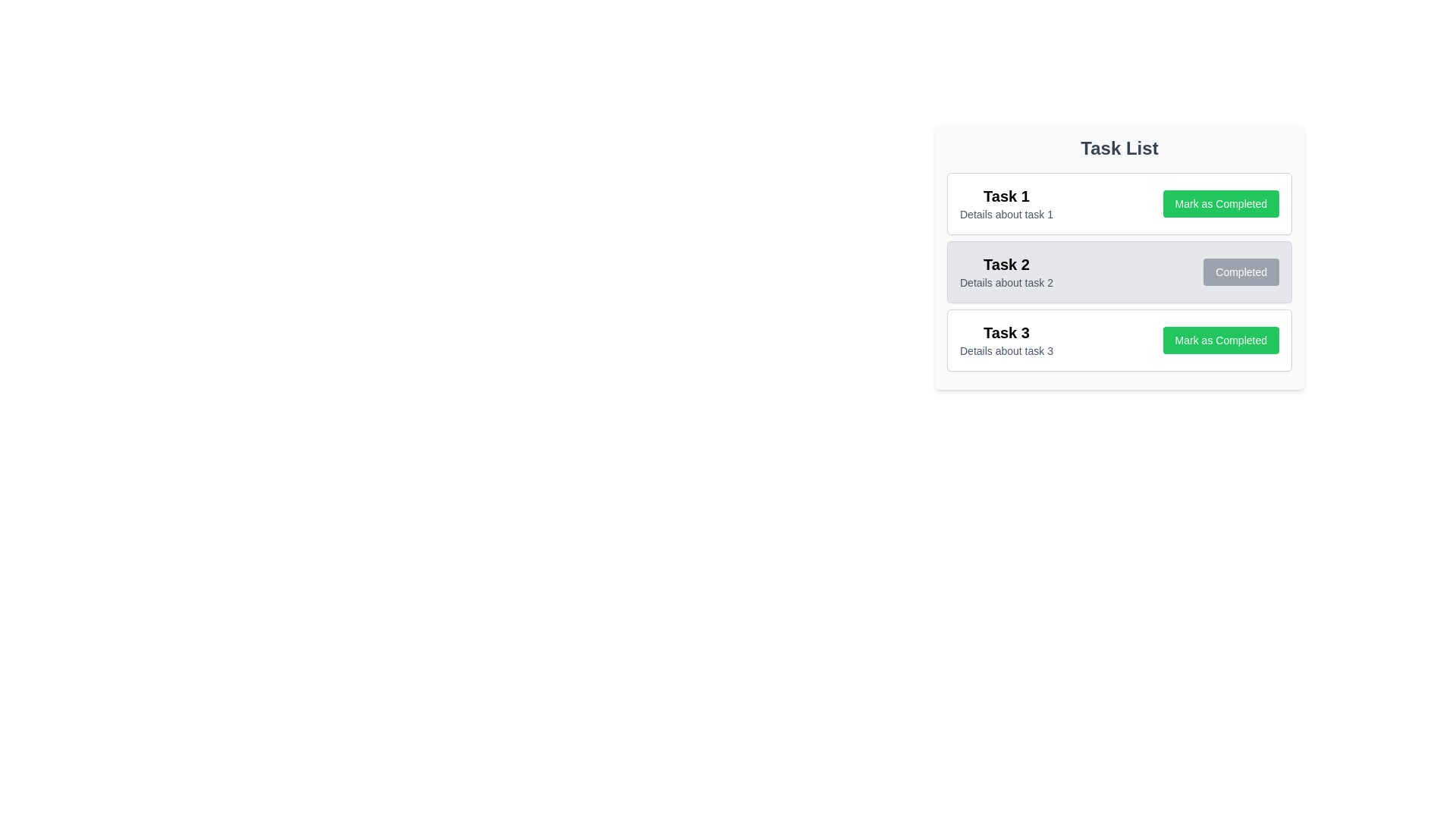  Describe the element at coordinates (1119, 256) in the screenshot. I see `the 'Completed' button on the Task panel displaying details for 'Task 2', which is the second item in the vertical task list section` at that location.